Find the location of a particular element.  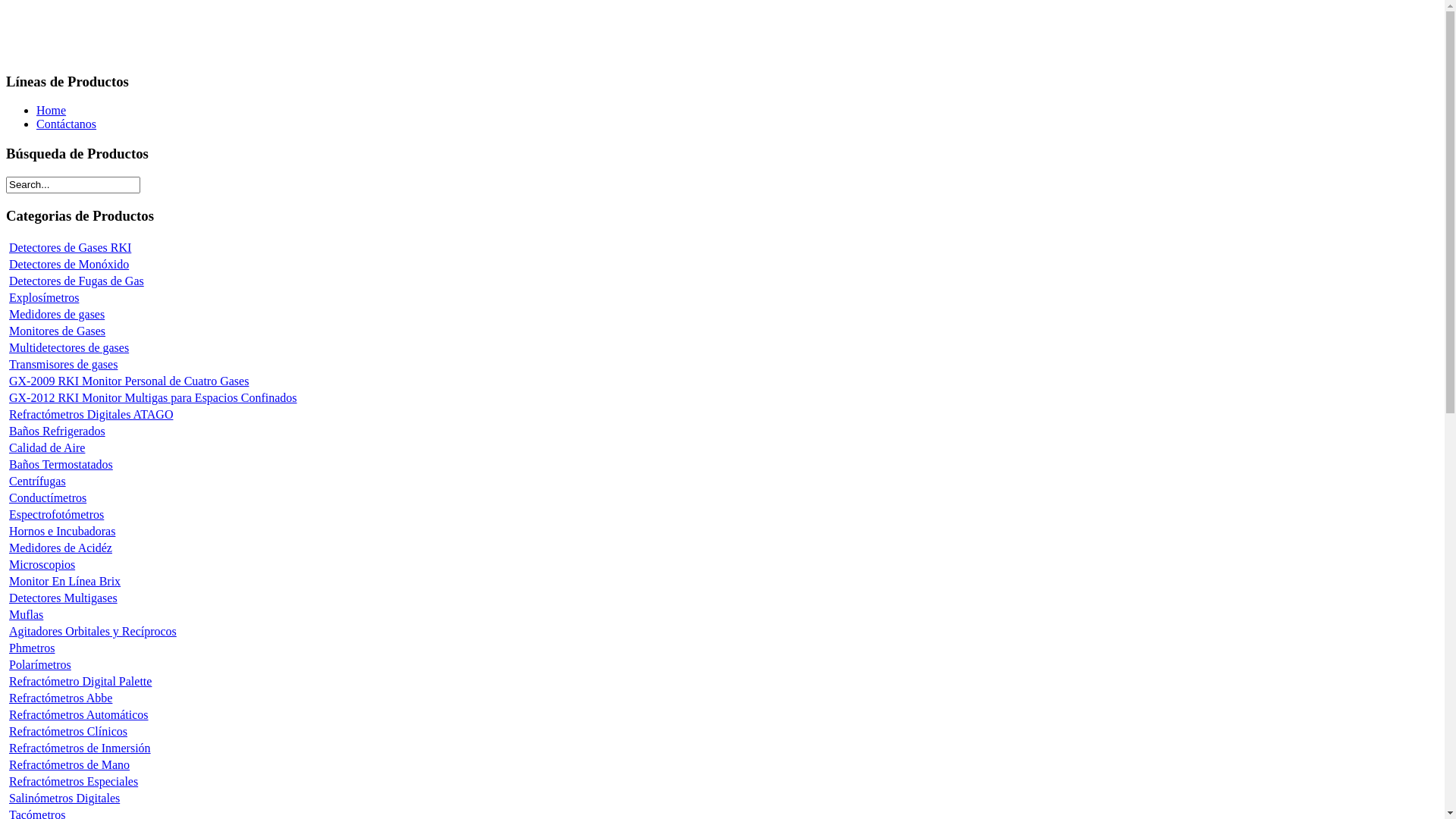

'Hornos e Incubadoras' is located at coordinates (61, 530).